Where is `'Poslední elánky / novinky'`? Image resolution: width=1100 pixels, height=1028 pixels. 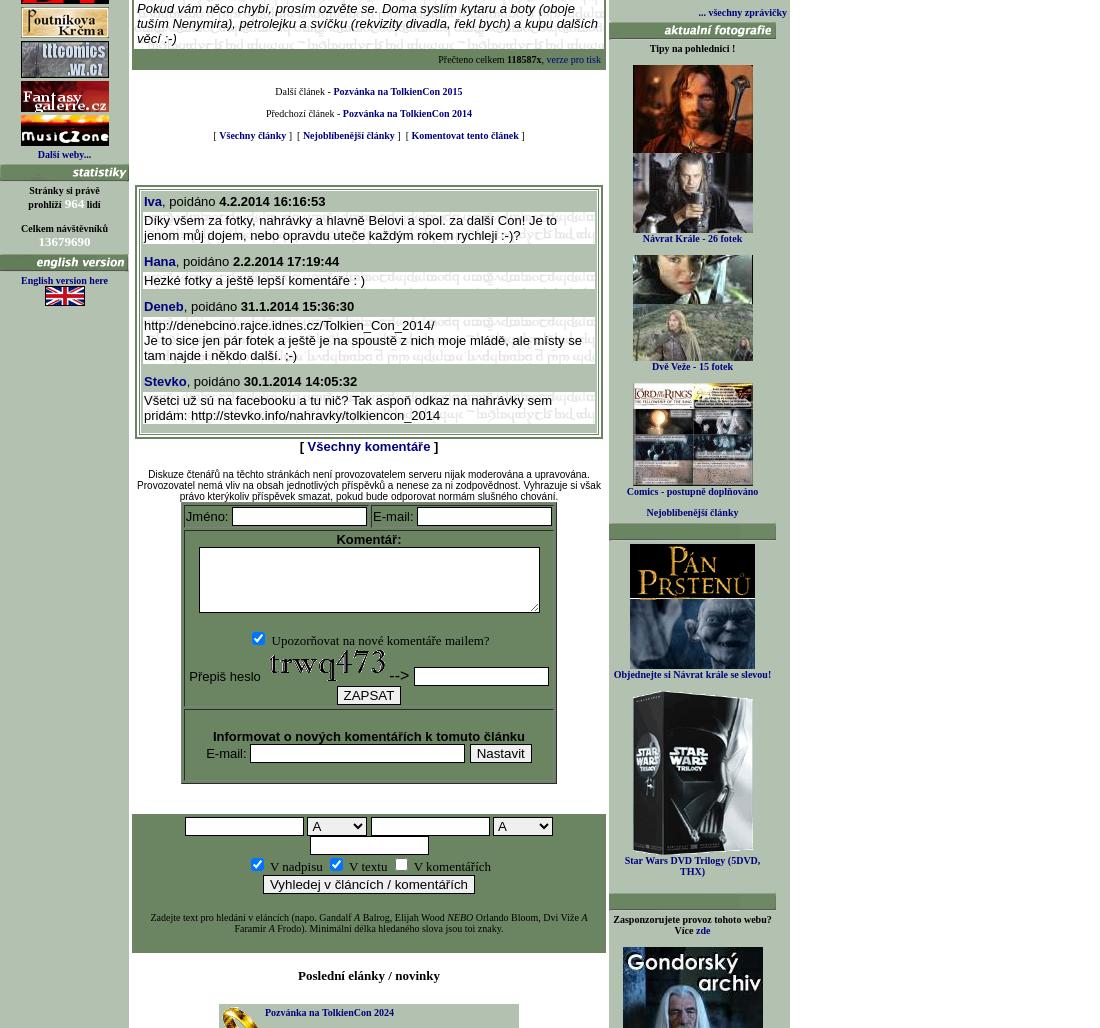 'Poslední elánky / novinky' is located at coordinates (368, 974).